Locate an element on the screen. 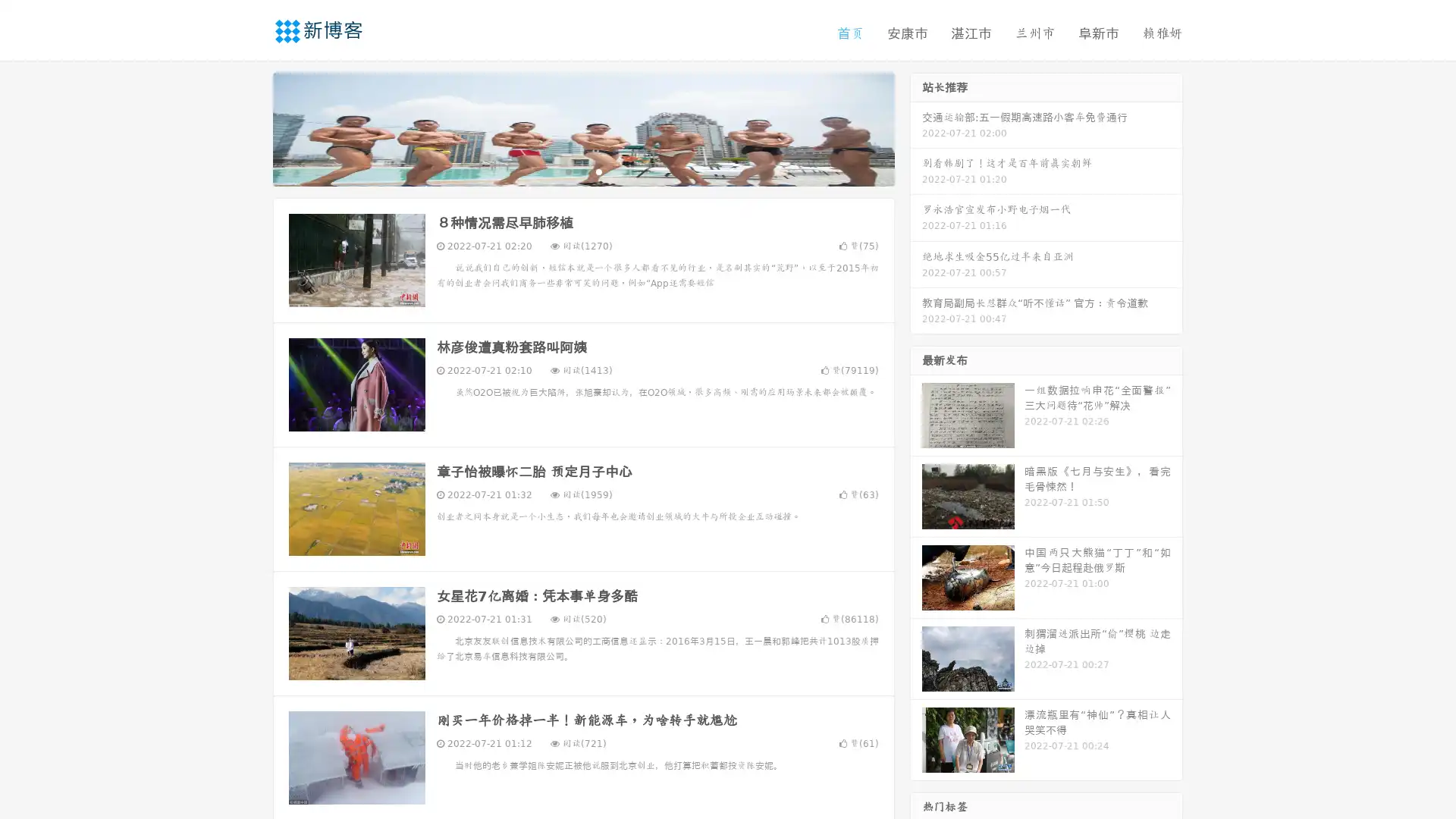 The height and width of the screenshot is (819, 1456). Go to slide 1 is located at coordinates (567, 171).